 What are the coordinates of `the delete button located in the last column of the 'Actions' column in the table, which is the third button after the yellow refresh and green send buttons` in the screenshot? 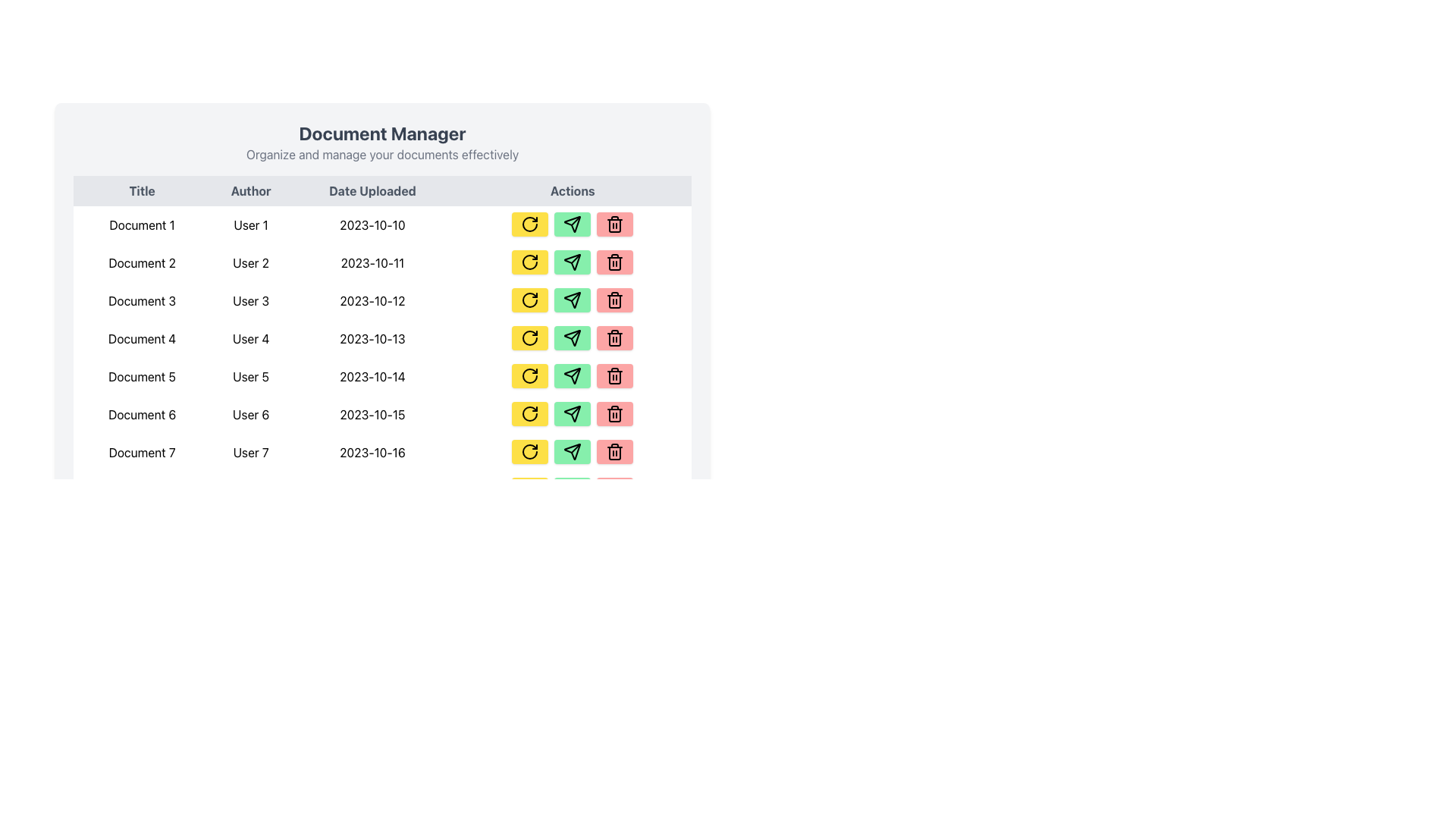 It's located at (615, 224).